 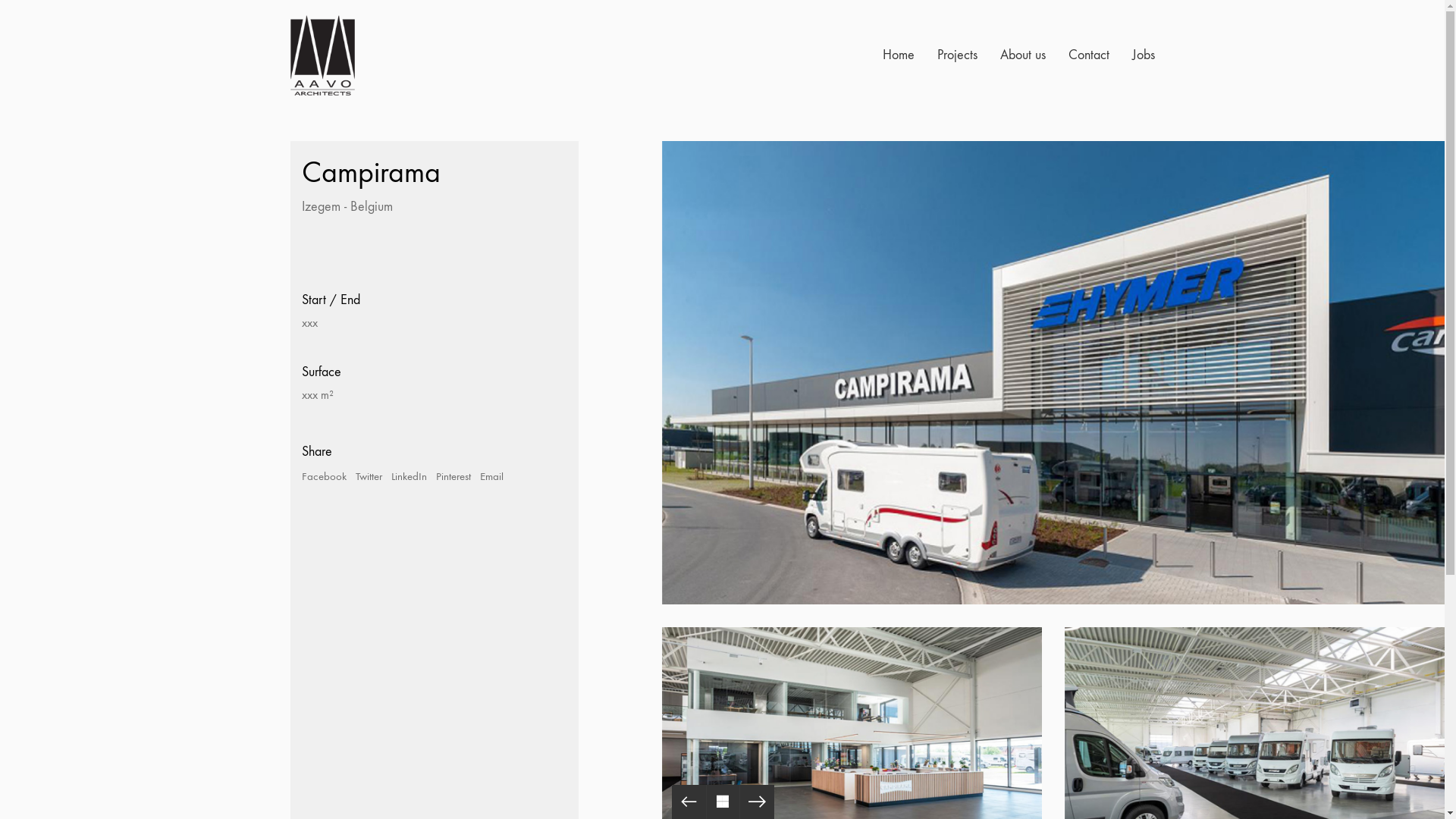 What do you see at coordinates (491, 475) in the screenshot?
I see `'Email'` at bounding box center [491, 475].